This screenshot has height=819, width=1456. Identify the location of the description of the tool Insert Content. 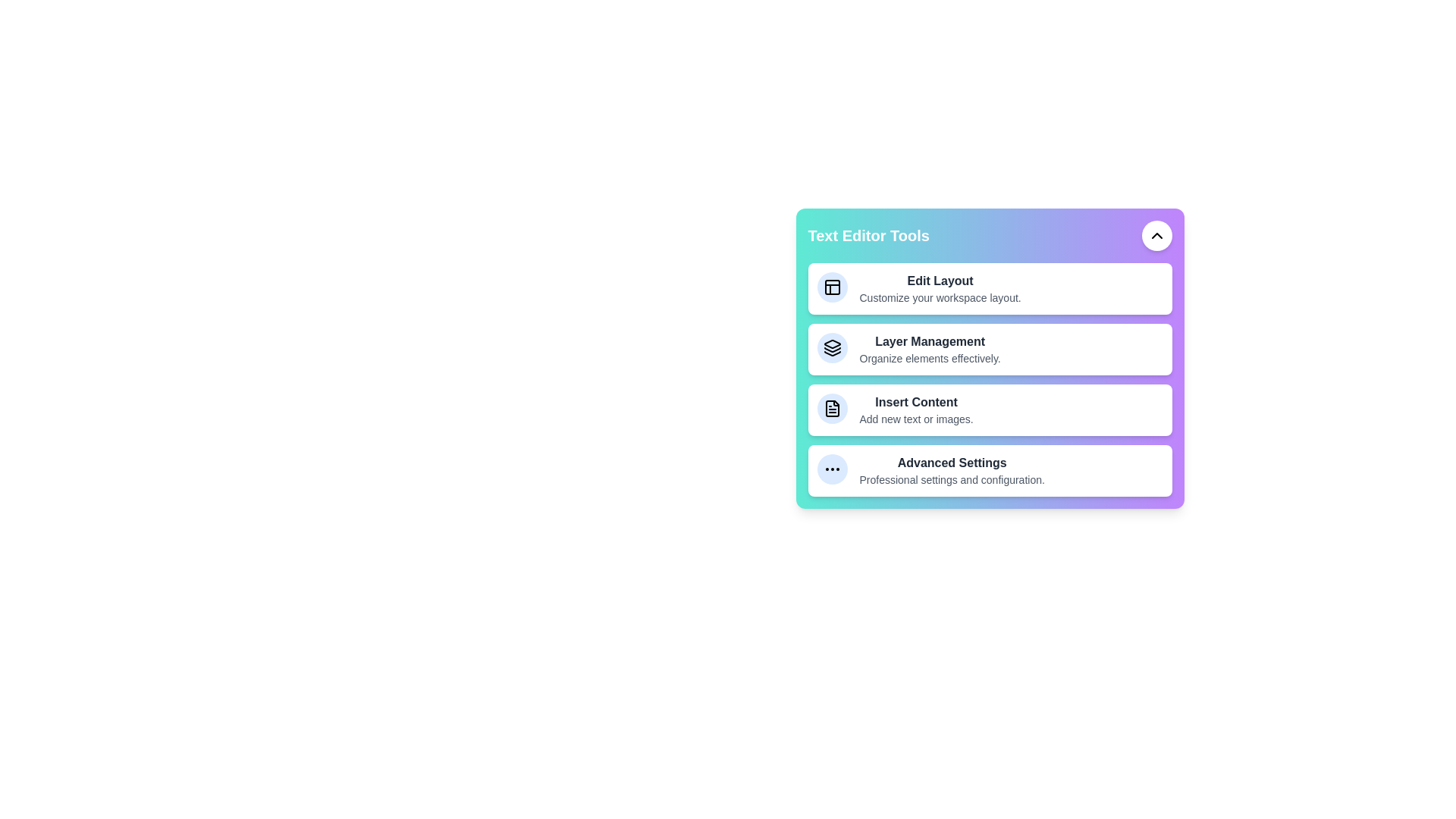
(910, 394).